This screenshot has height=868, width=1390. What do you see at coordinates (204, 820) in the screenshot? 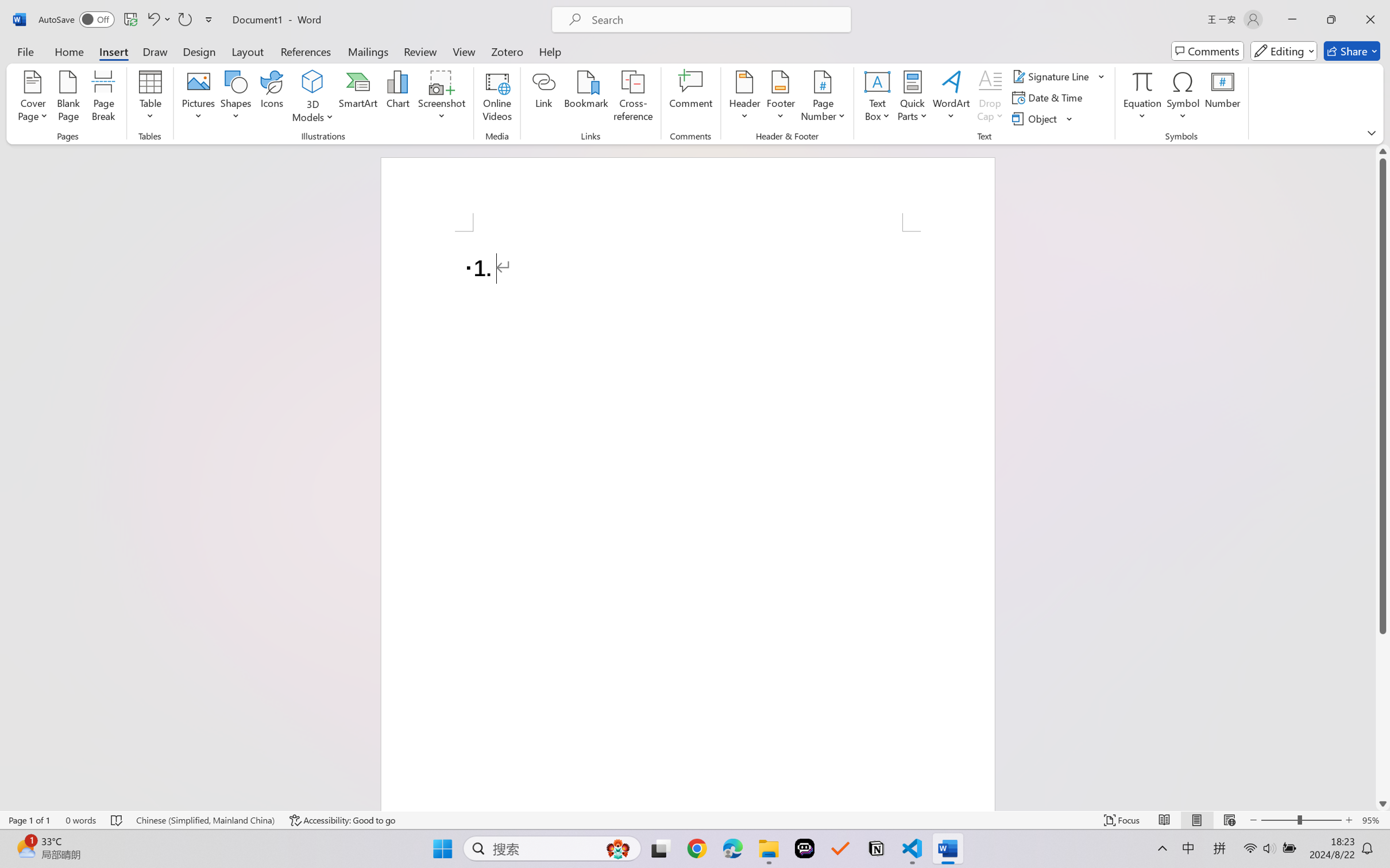
I see `'Language Chinese (Simplified, Mainland China)'` at bounding box center [204, 820].